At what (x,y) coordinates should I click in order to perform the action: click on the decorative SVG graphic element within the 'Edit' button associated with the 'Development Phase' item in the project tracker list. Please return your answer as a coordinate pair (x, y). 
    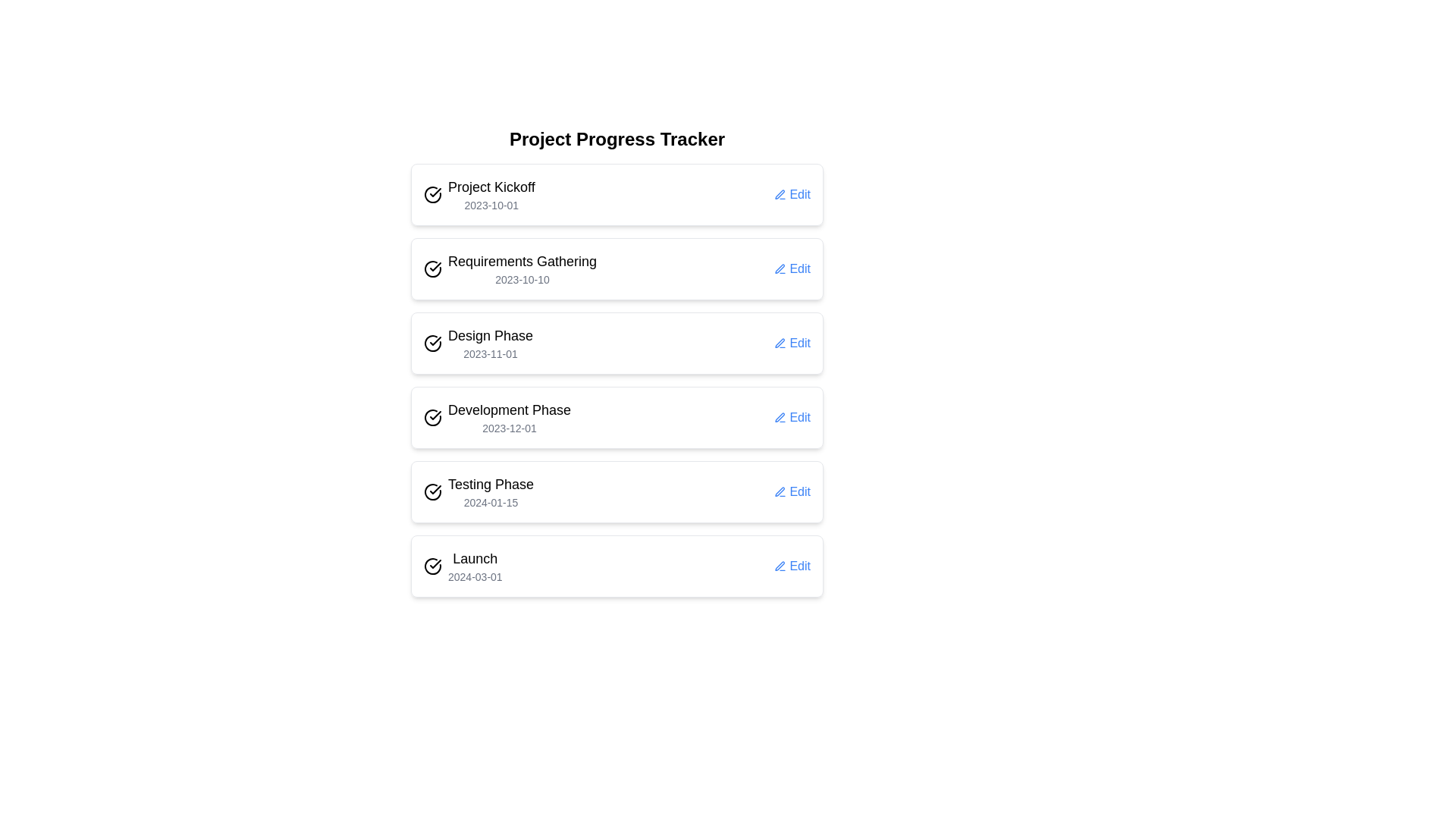
    Looking at the image, I should click on (780, 417).